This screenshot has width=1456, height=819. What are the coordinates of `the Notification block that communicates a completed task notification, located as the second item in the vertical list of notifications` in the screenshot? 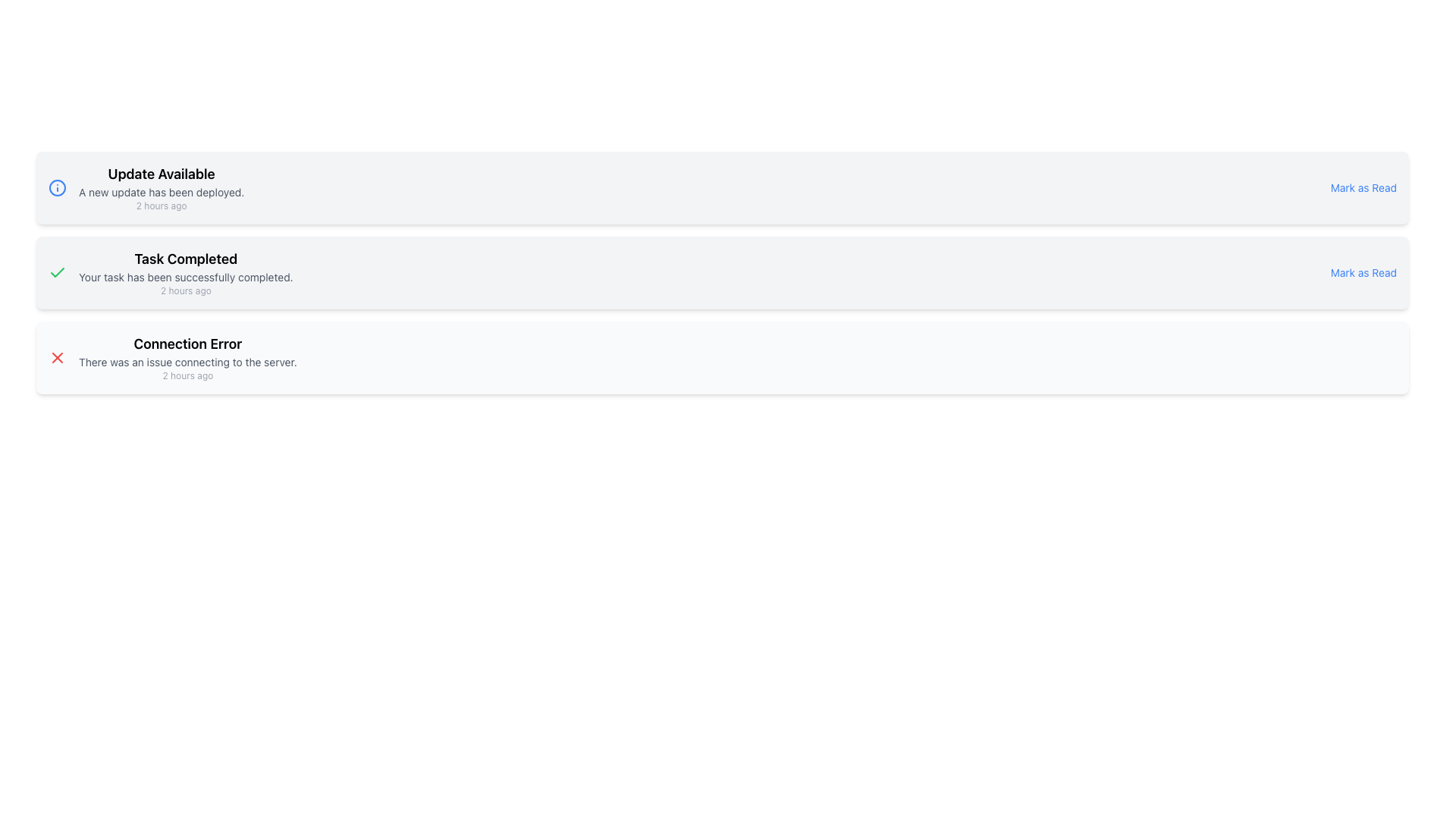 It's located at (185, 271).